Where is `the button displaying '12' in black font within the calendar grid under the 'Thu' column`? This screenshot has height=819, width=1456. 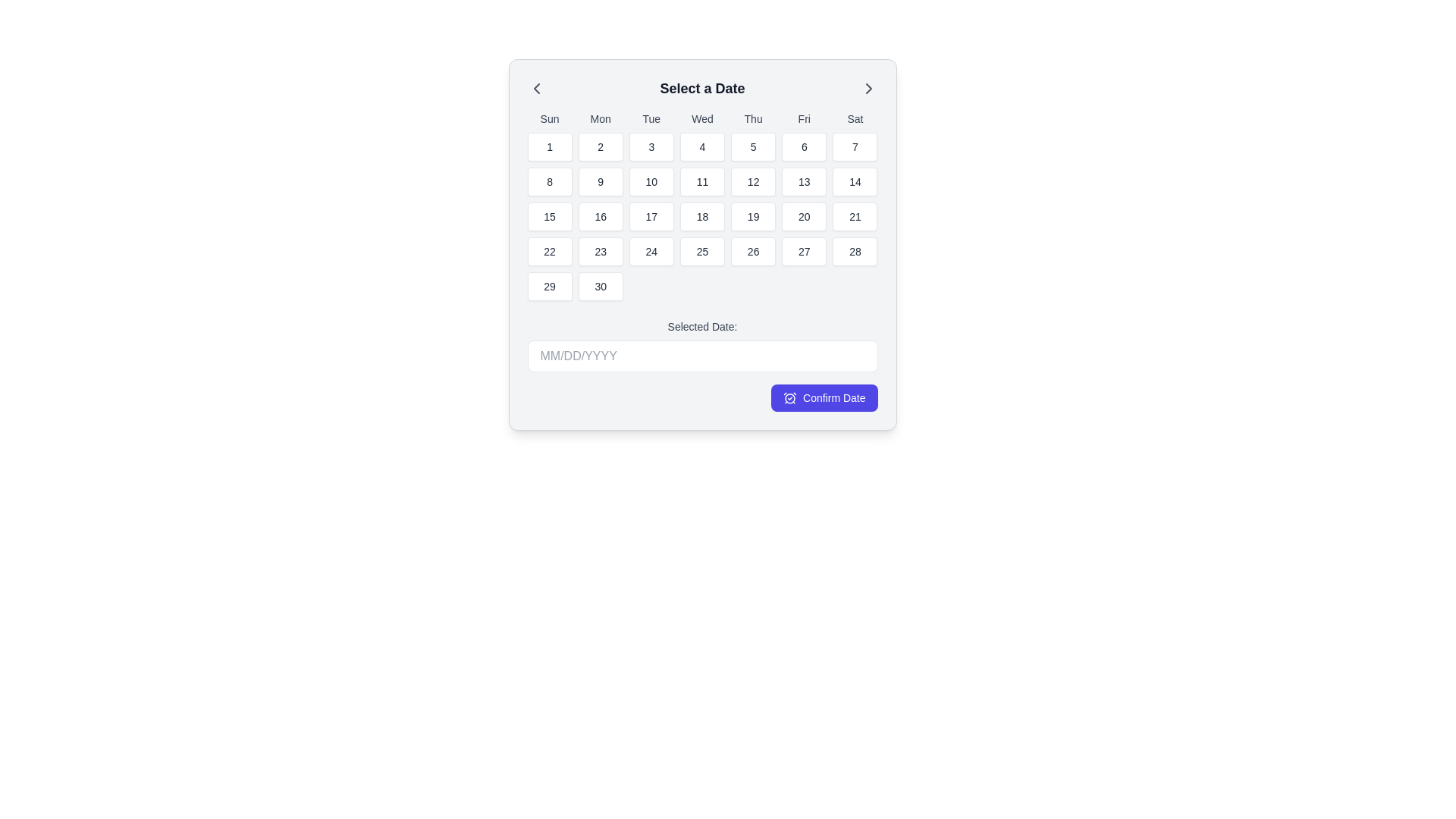
the button displaying '12' in black font within the calendar grid under the 'Thu' column is located at coordinates (753, 180).